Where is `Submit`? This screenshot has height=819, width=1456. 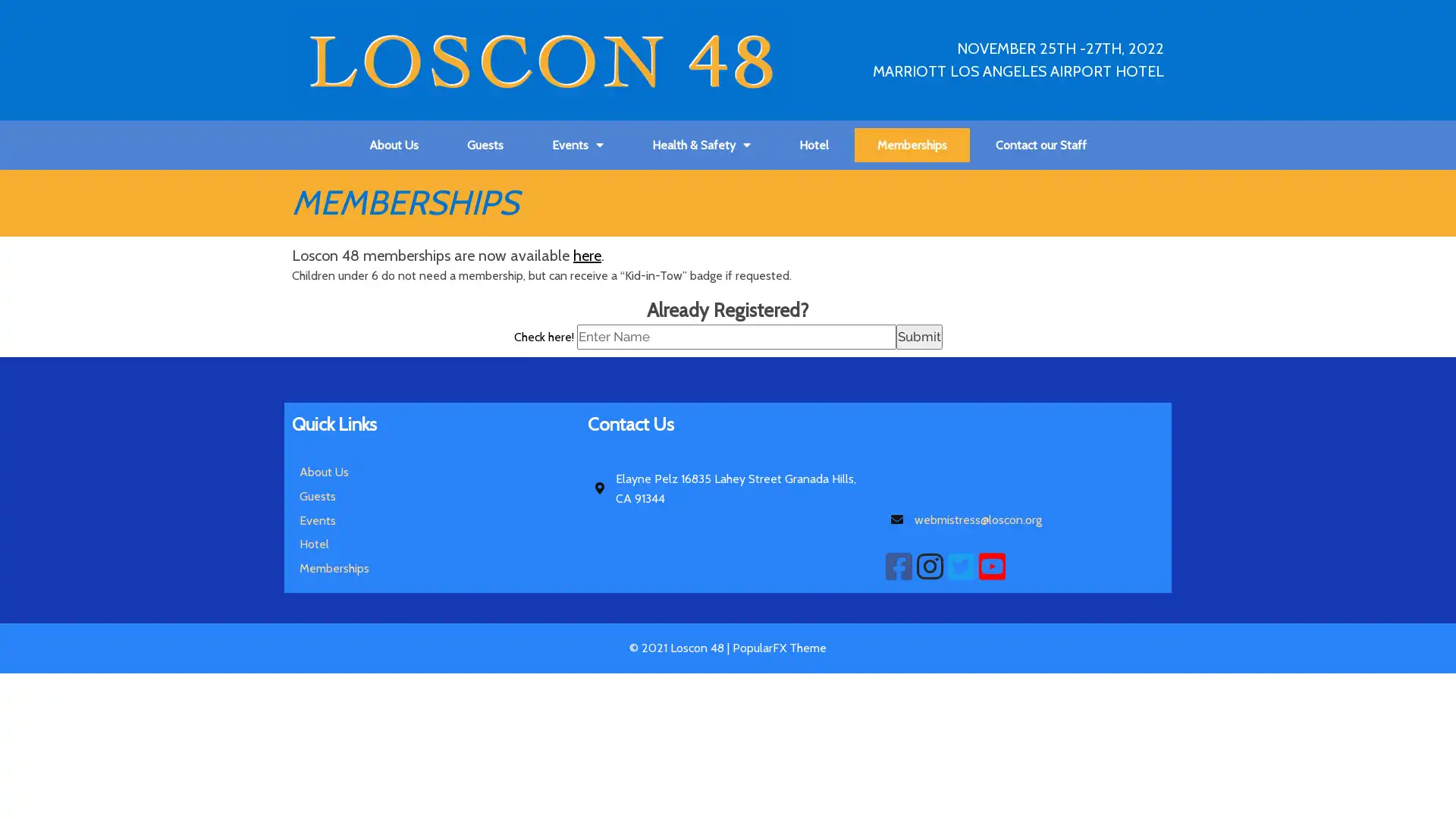
Submit is located at coordinates (918, 336).